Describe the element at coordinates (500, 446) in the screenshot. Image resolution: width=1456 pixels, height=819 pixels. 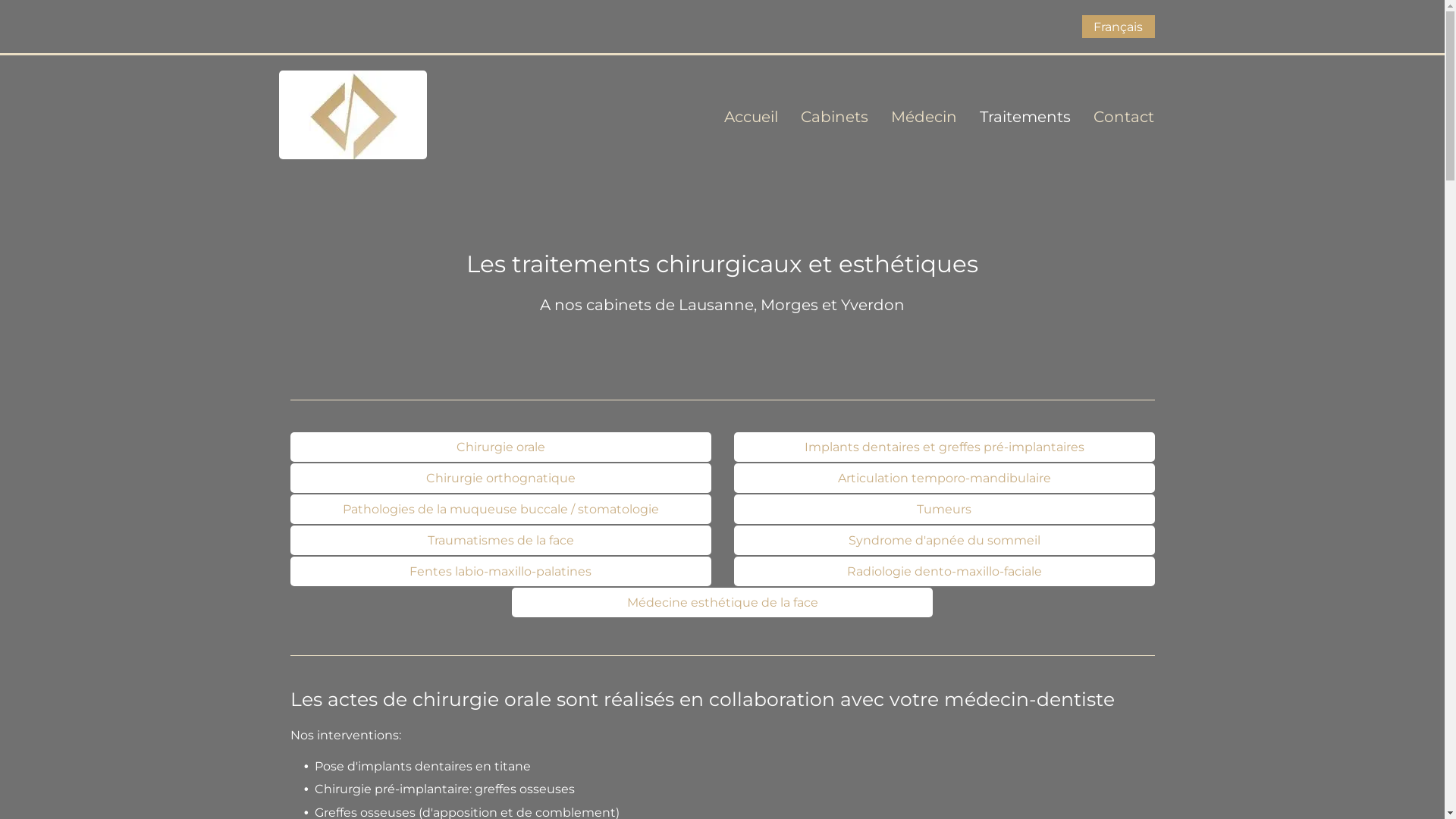
I see `'Chirurgie orale'` at that location.